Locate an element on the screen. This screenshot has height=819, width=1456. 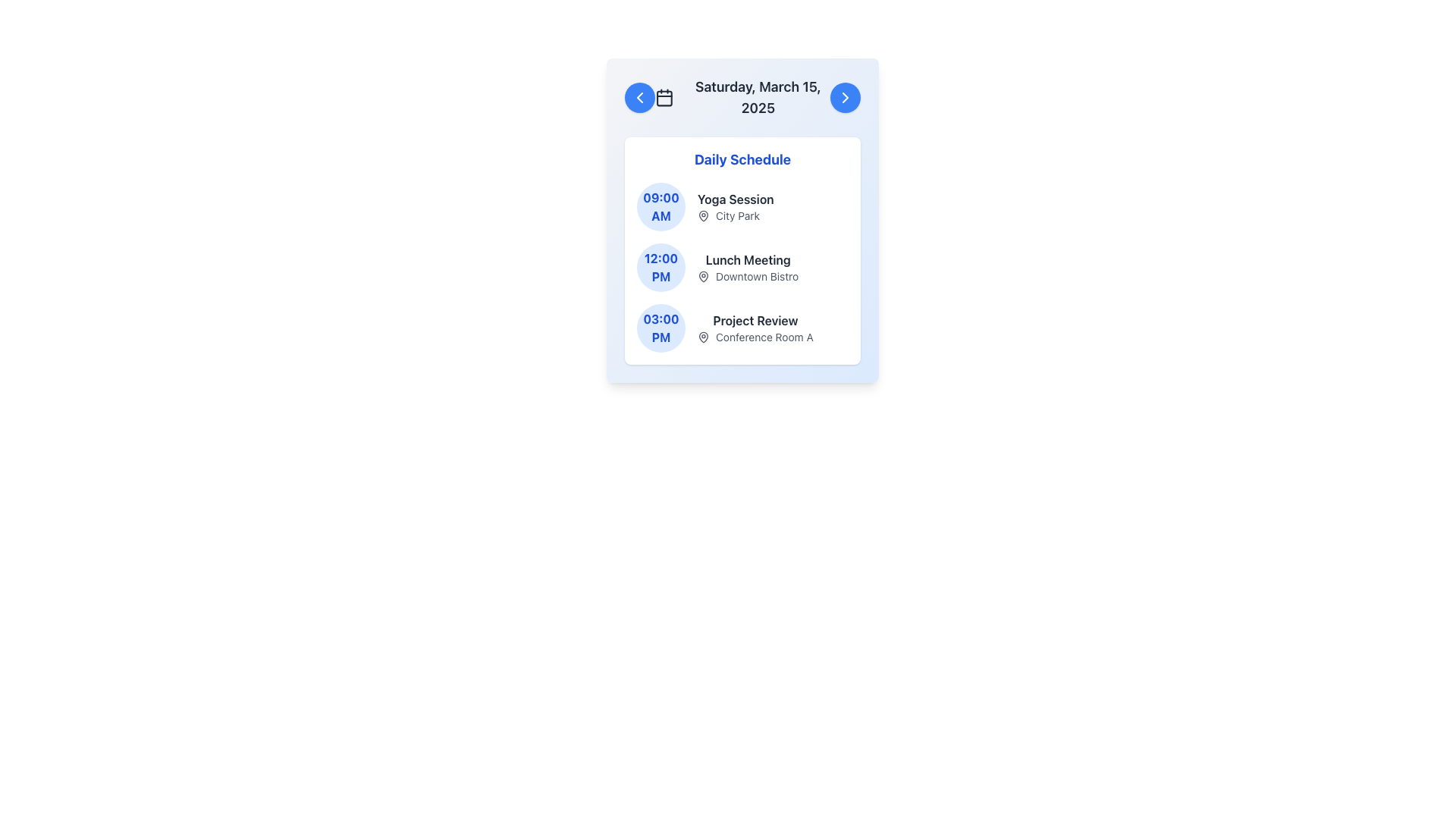
the Text (Header) element that serves as the title for the schedule content, located near the top of the white area, right below the date heading is located at coordinates (742, 160).